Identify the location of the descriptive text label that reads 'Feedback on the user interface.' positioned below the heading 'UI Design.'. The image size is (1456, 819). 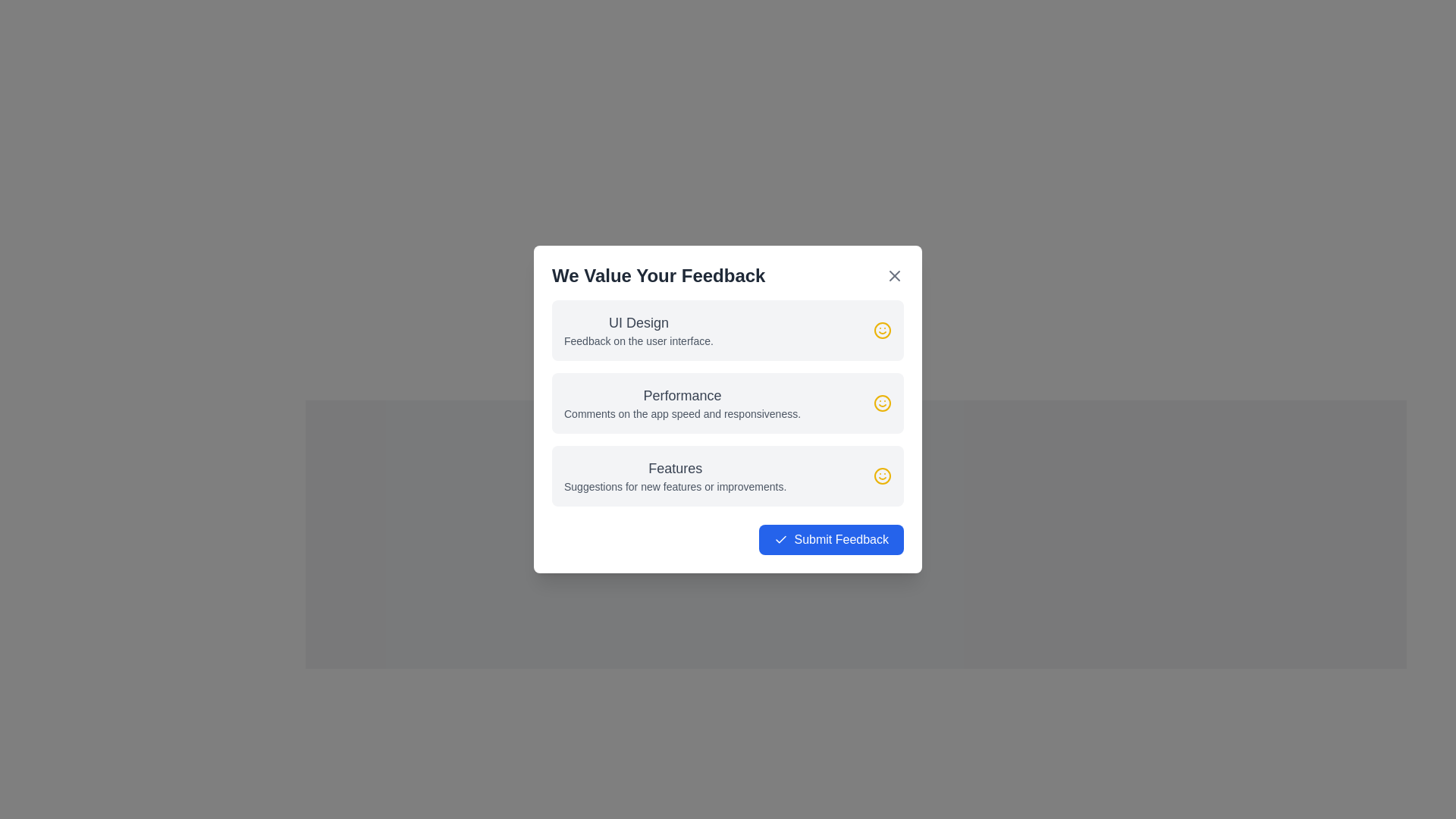
(639, 341).